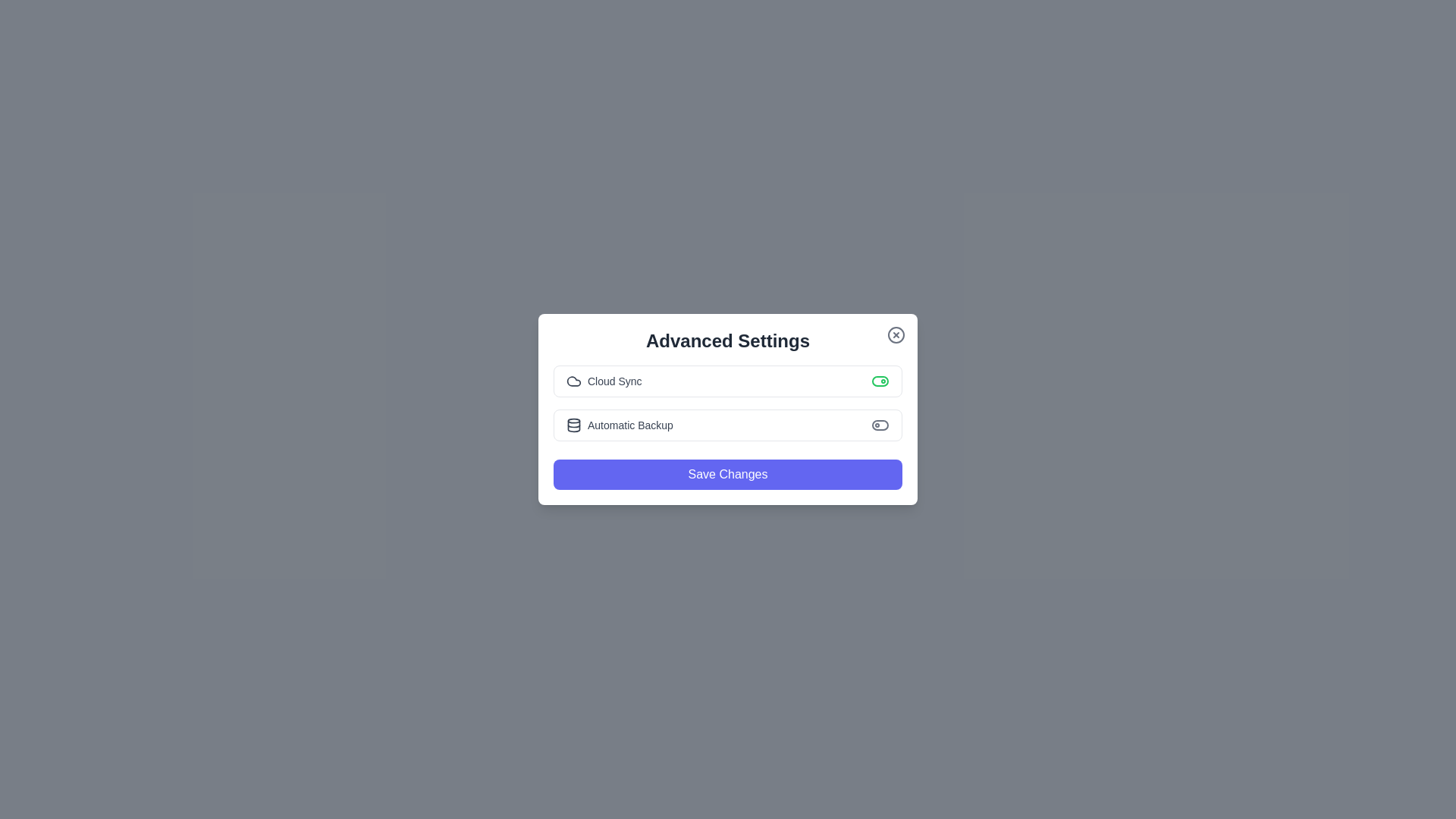 The height and width of the screenshot is (819, 1456). What do you see at coordinates (573, 425) in the screenshot?
I see `the 'Automatic Backup' icon located on the left-most side of the second item in the vertical list, which visually represents the backup functionality` at bounding box center [573, 425].